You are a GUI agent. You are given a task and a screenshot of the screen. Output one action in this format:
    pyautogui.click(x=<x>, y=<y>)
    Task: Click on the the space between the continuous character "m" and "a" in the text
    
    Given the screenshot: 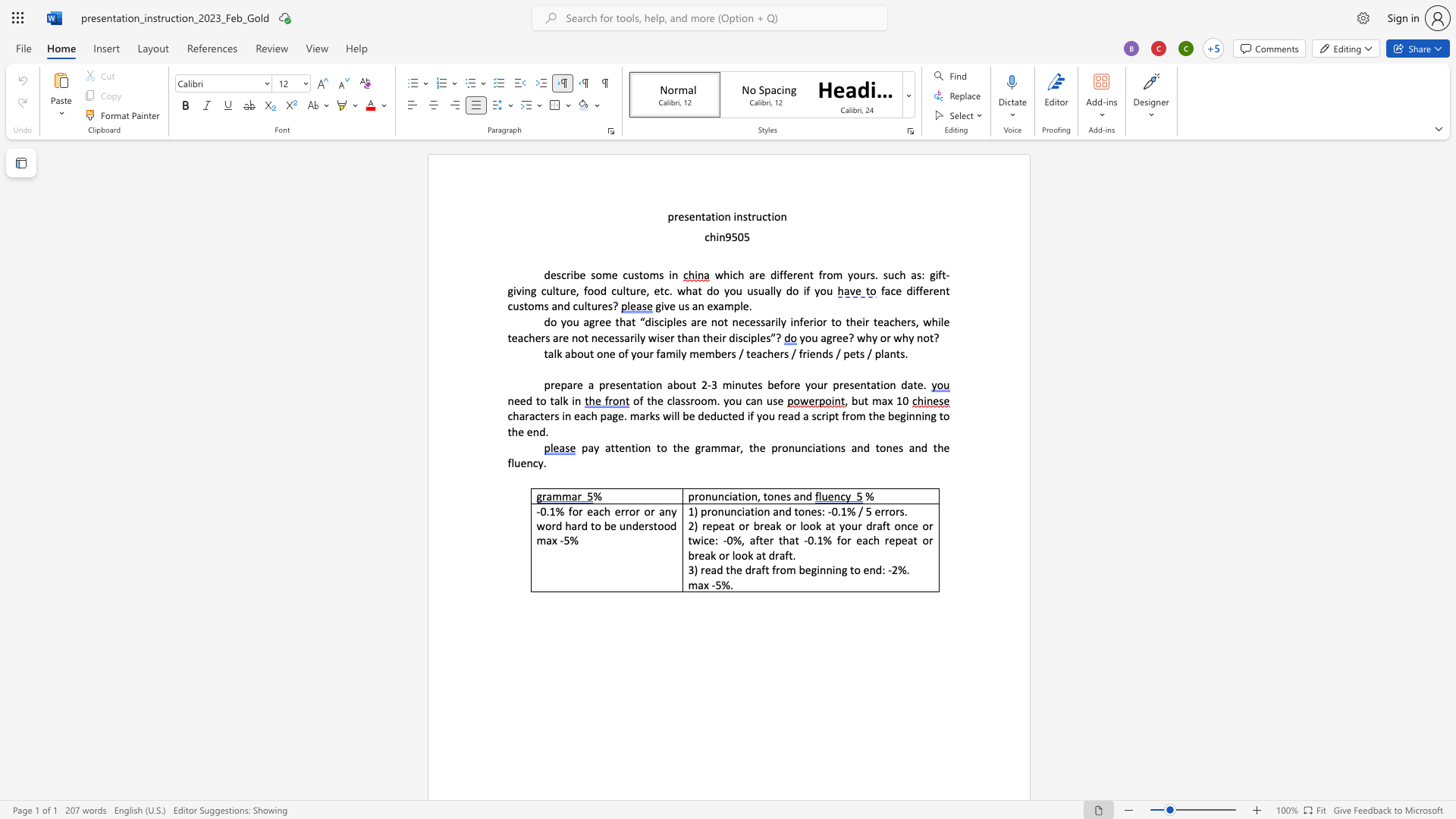 What is the action you would take?
    pyautogui.click(x=880, y=400)
    